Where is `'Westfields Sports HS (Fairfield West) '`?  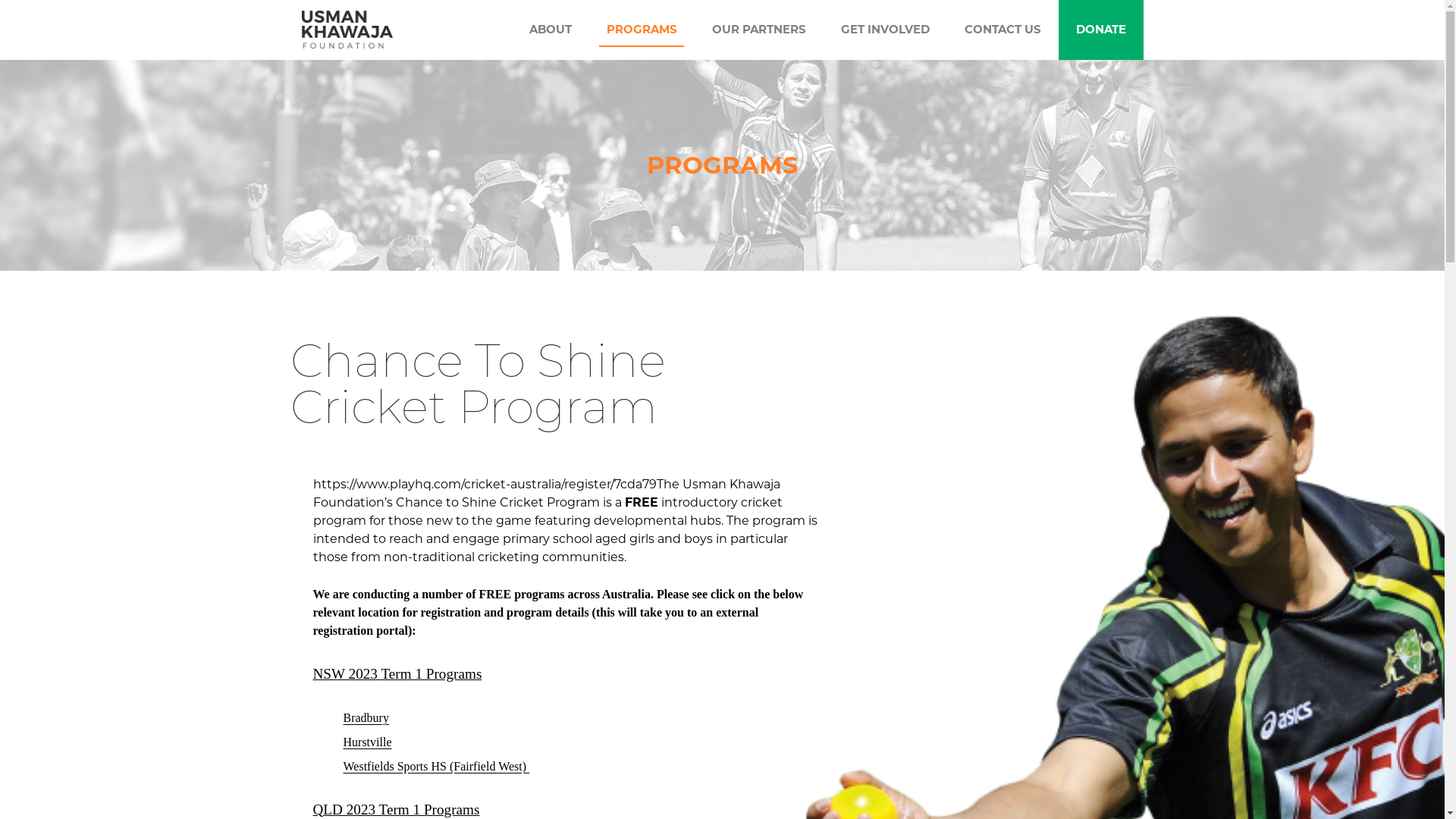
'Westfields Sports HS (Fairfield West) ' is located at coordinates (435, 766).